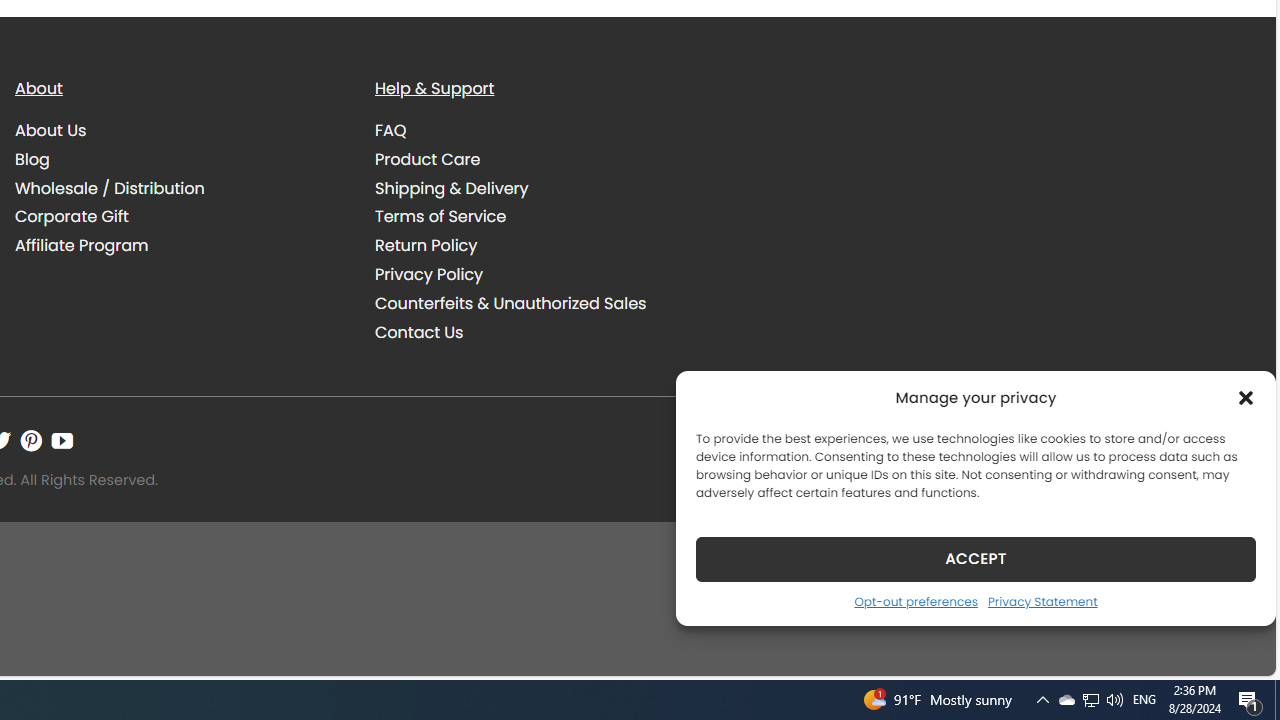  I want to click on 'Blog', so click(32, 158).